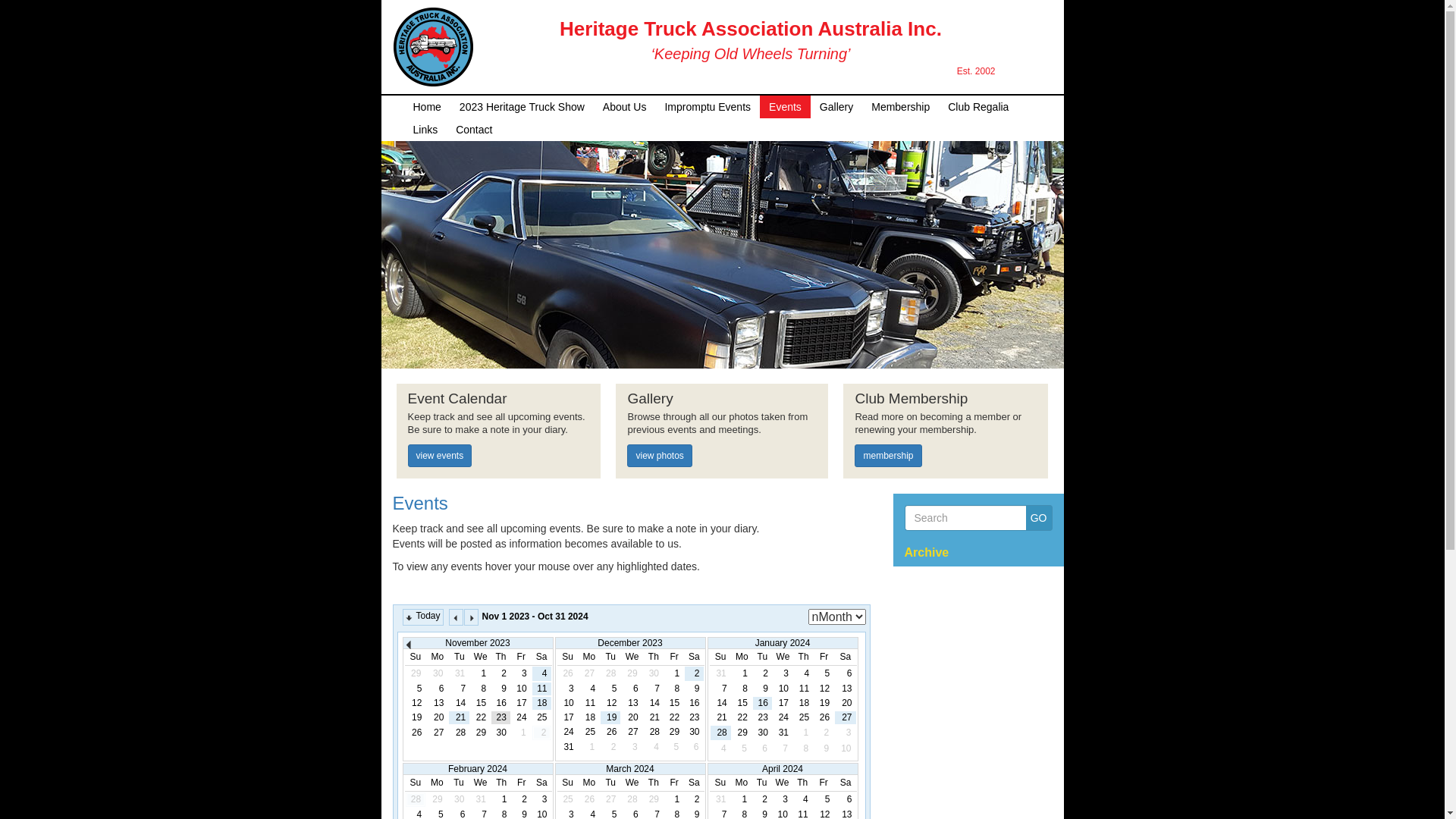 The image size is (1456, 819). Describe the element at coordinates (458, 689) in the screenshot. I see `'7'` at that location.